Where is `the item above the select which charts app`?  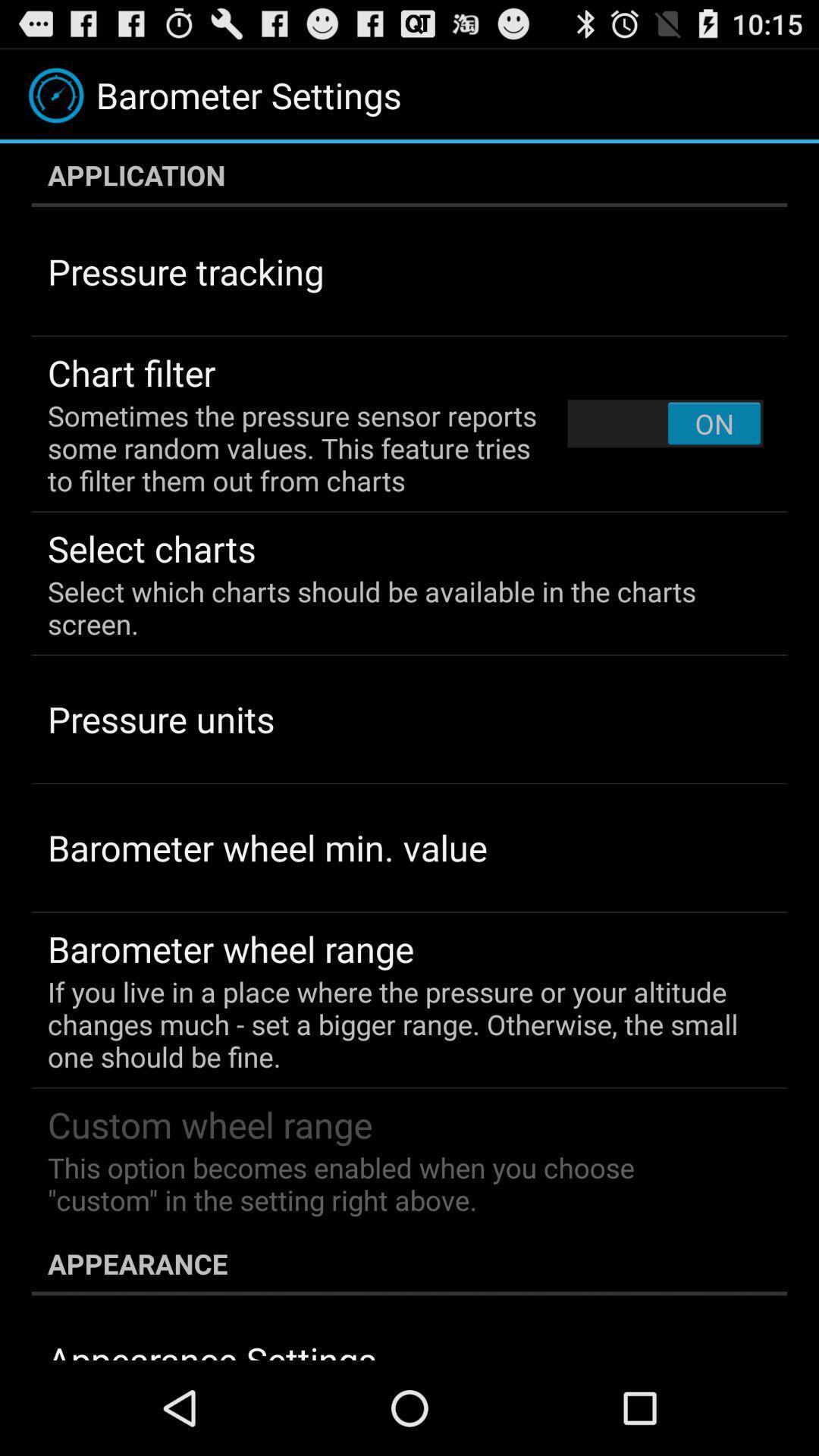
the item above the select which charts app is located at coordinates (664, 423).